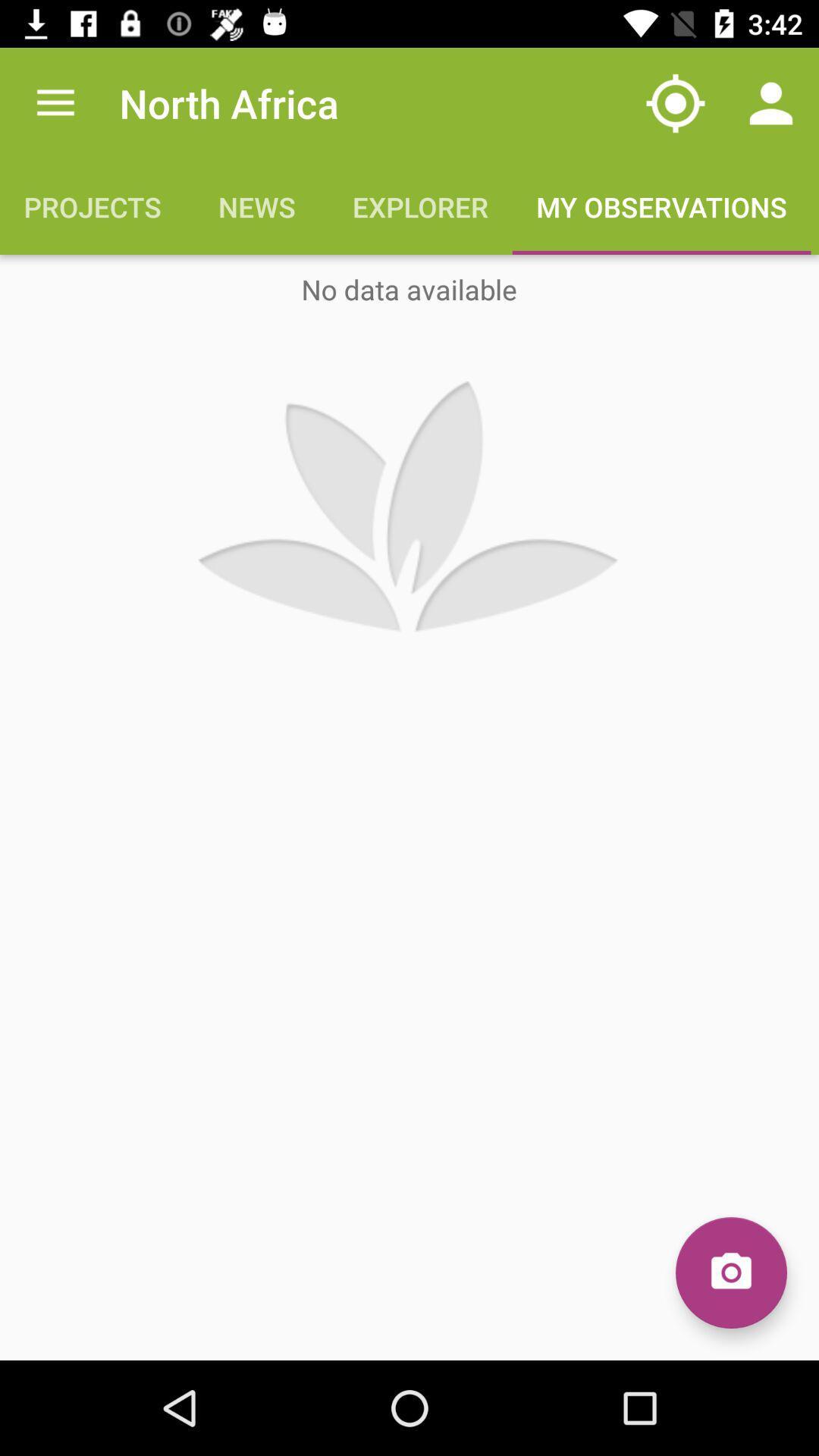  What do you see at coordinates (771, 102) in the screenshot?
I see `item above the my observations icon` at bounding box center [771, 102].